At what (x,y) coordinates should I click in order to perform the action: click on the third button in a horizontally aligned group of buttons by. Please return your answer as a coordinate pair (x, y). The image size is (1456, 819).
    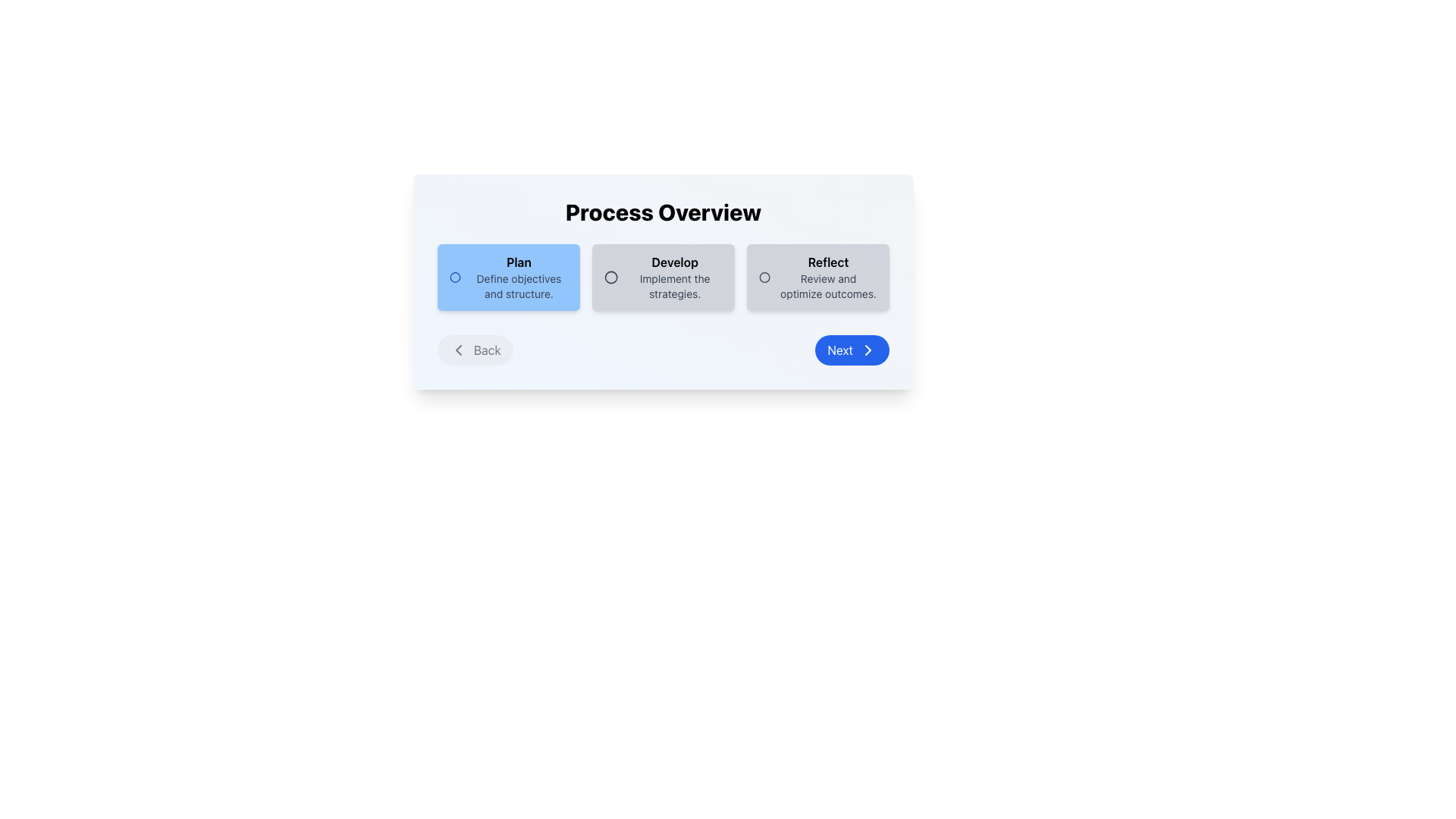
    Looking at the image, I should click on (817, 278).